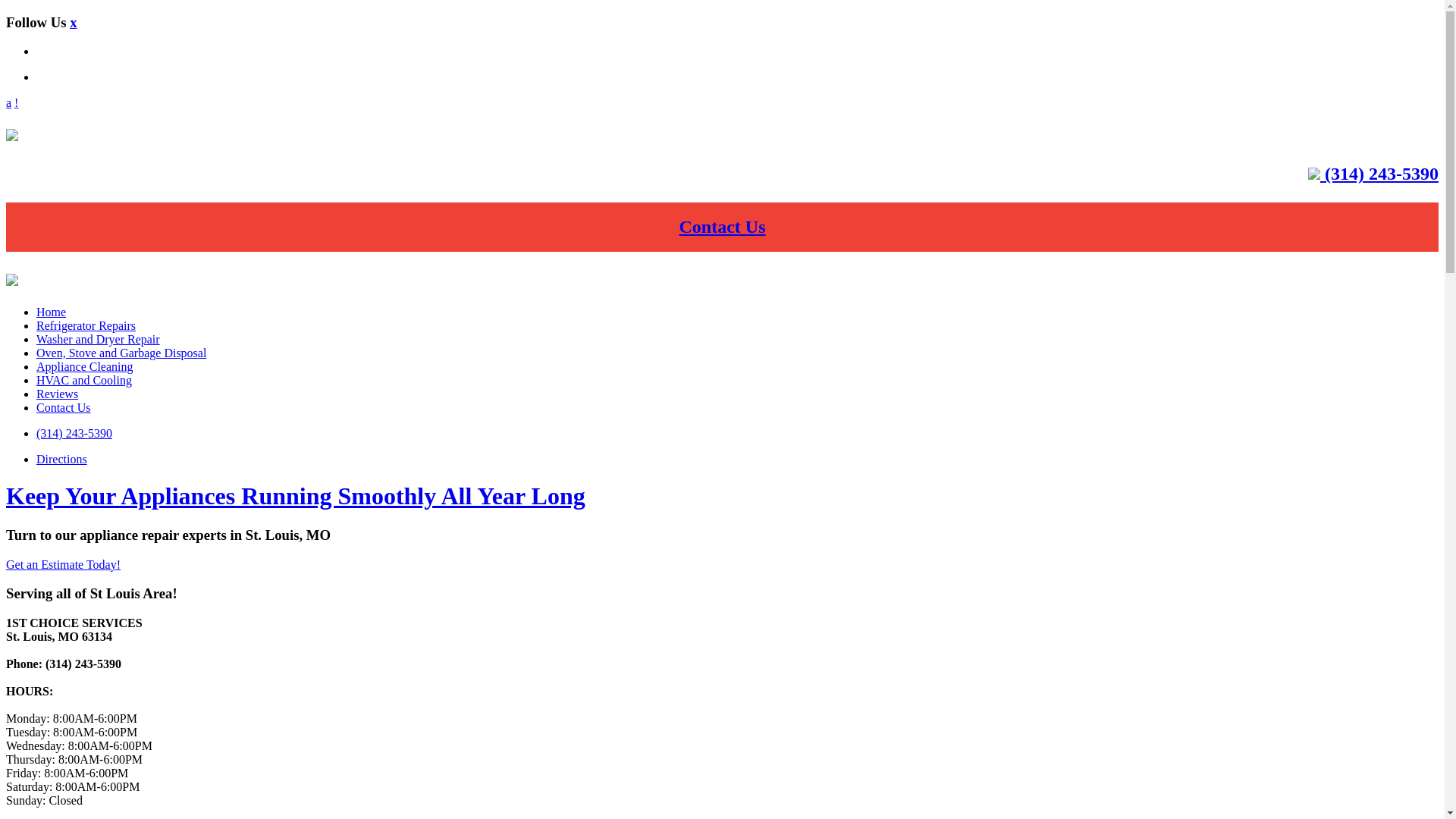 Image resolution: width=1456 pixels, height=819 pixels. Describe the element at coordinates (722, 227) in the screenshot. I see `'Contact Us'` at that location.